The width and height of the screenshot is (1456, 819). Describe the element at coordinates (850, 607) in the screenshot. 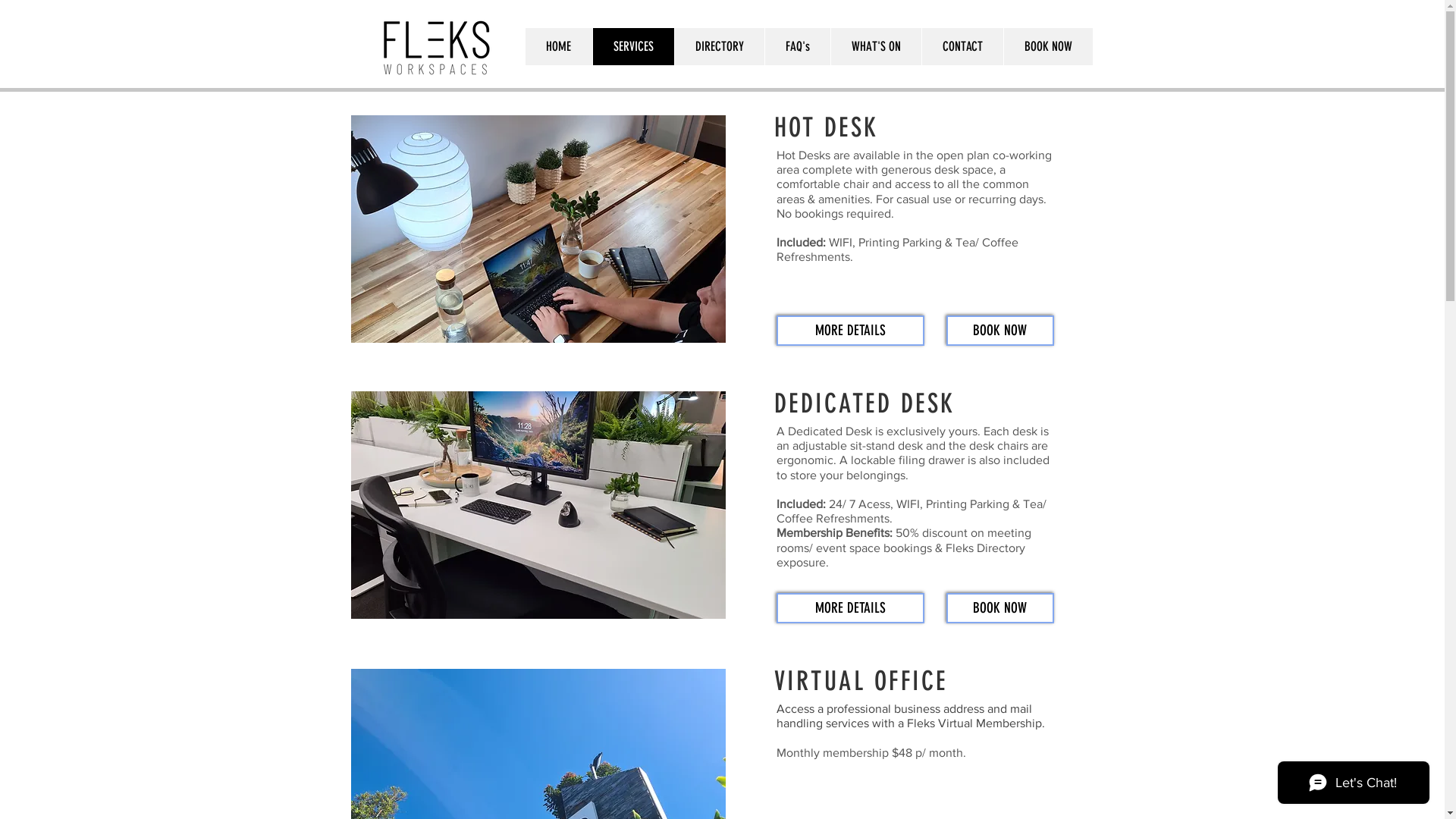

I see `'MORE DETAILS'` at that location.